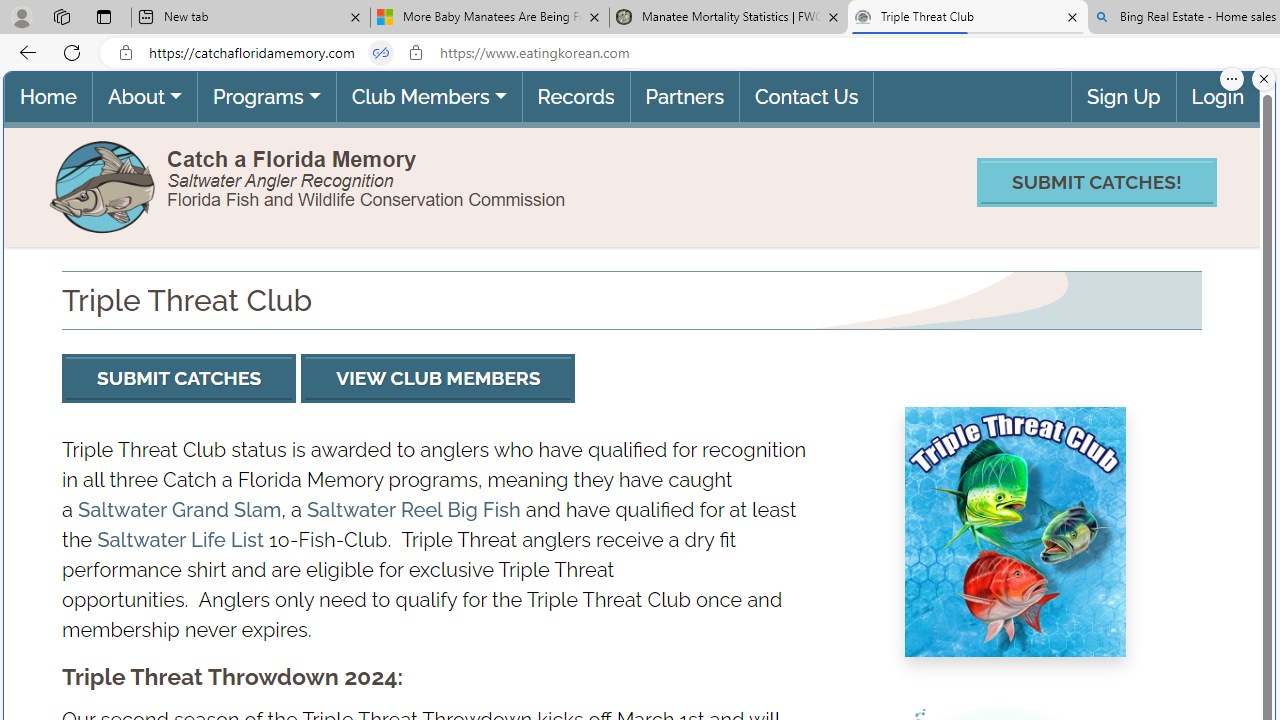  Describe the element at coordinates (437, 378) in the screenshot. I see `'VIEW CLUB MEMBERS'` at that location.